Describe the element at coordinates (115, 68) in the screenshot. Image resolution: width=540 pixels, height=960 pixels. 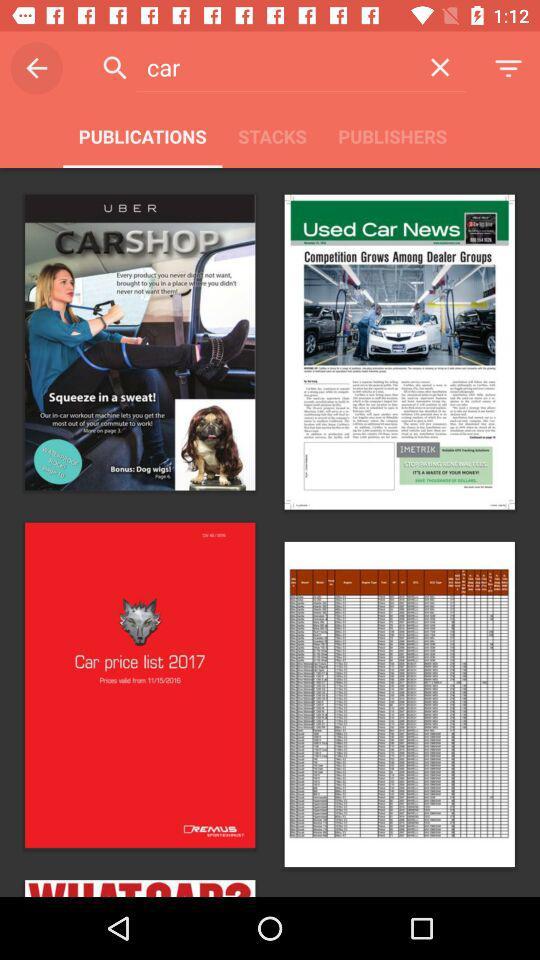
I see `the search button` at that location.